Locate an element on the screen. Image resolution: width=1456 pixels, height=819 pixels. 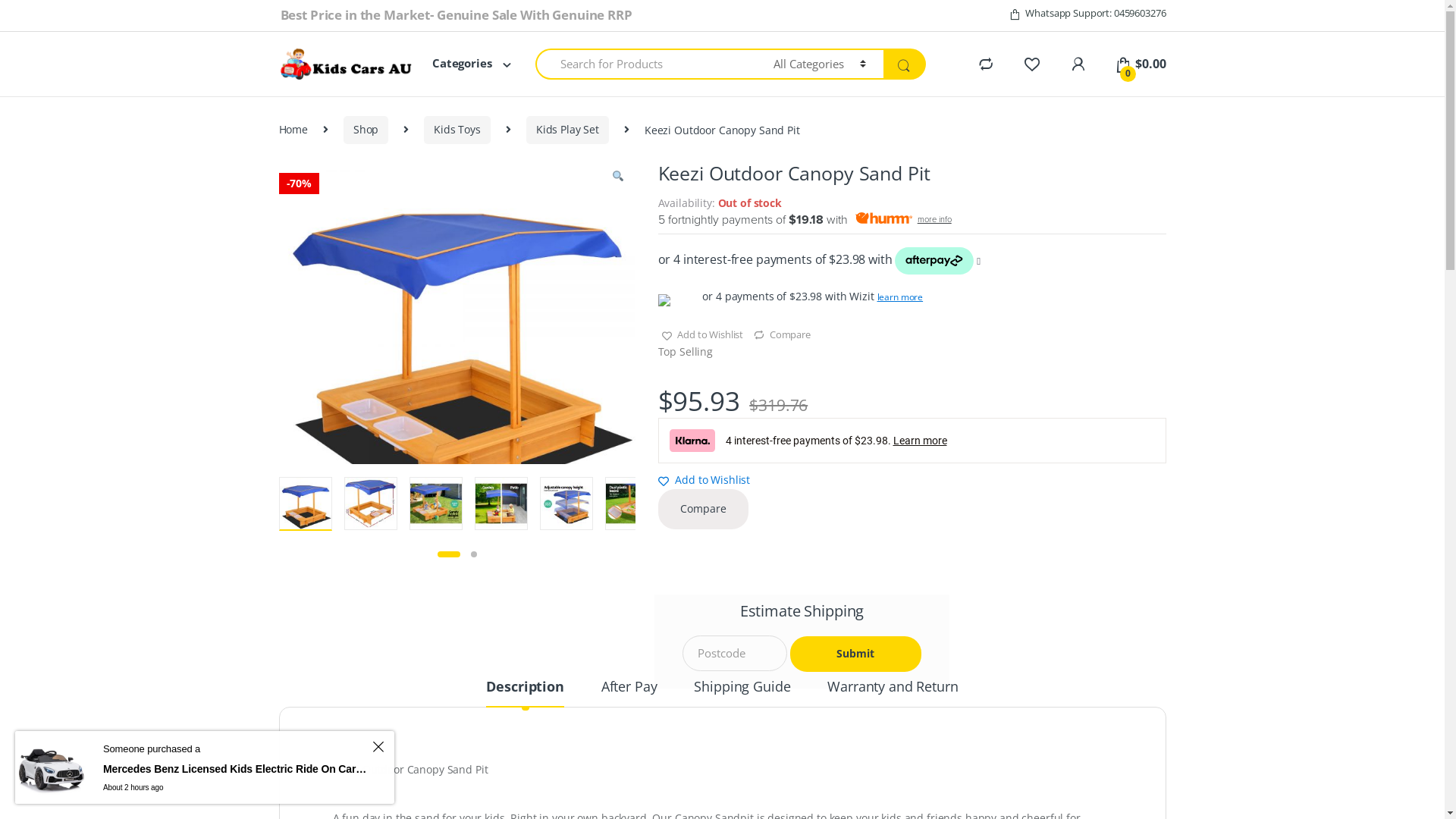
'Add to Wishlist' is located at coordinates (701, 333).